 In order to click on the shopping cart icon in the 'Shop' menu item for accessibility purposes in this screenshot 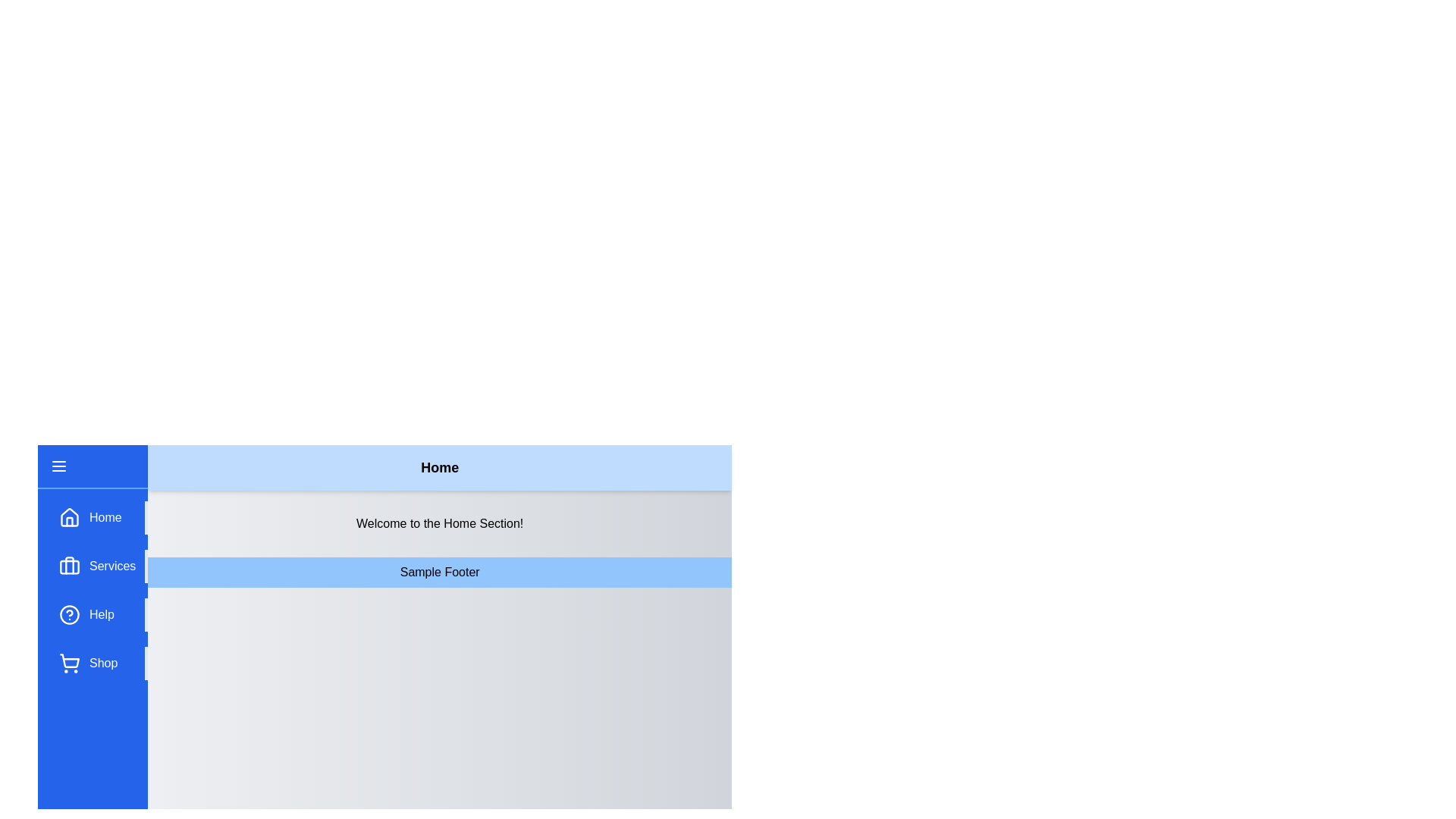, I will do `click(68, 663)`.